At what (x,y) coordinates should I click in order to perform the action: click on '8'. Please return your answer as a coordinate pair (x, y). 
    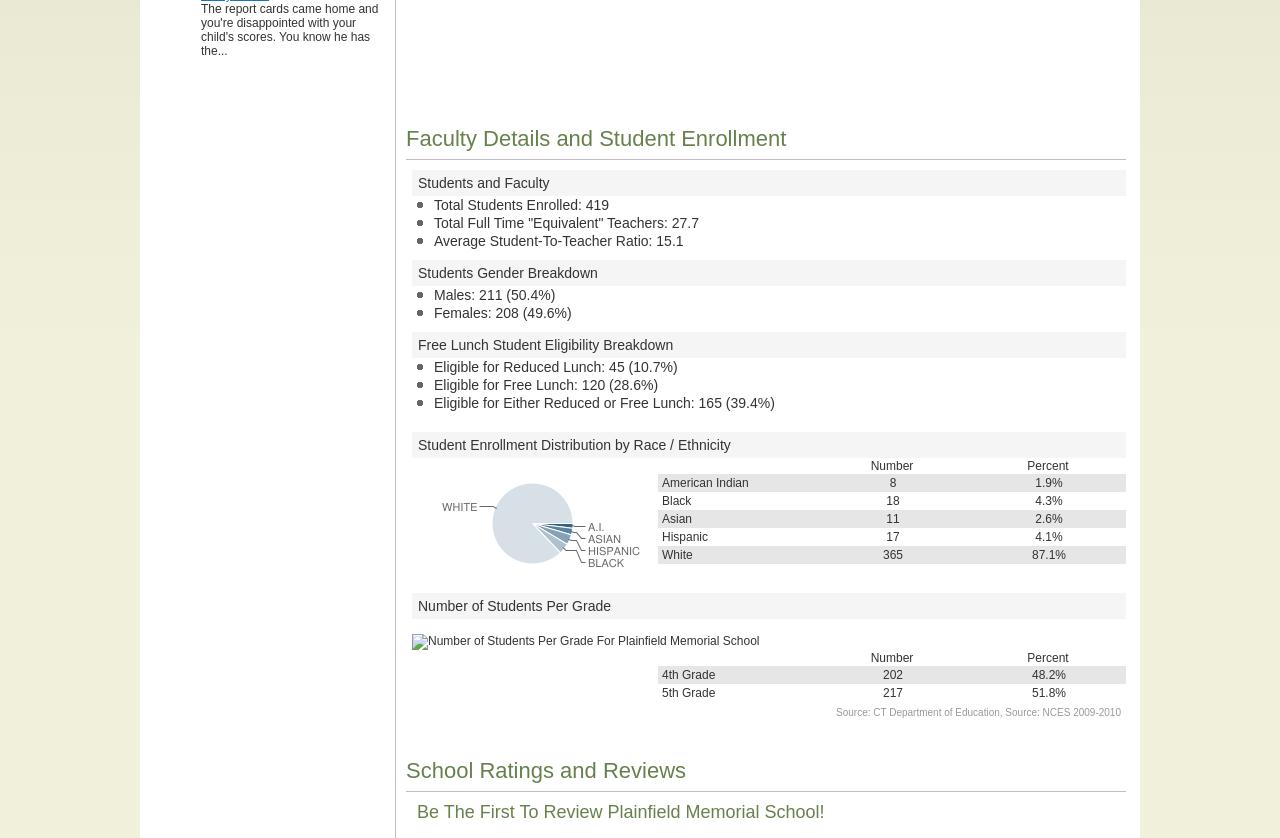
    Looking at the image, I should click on (891, 483).